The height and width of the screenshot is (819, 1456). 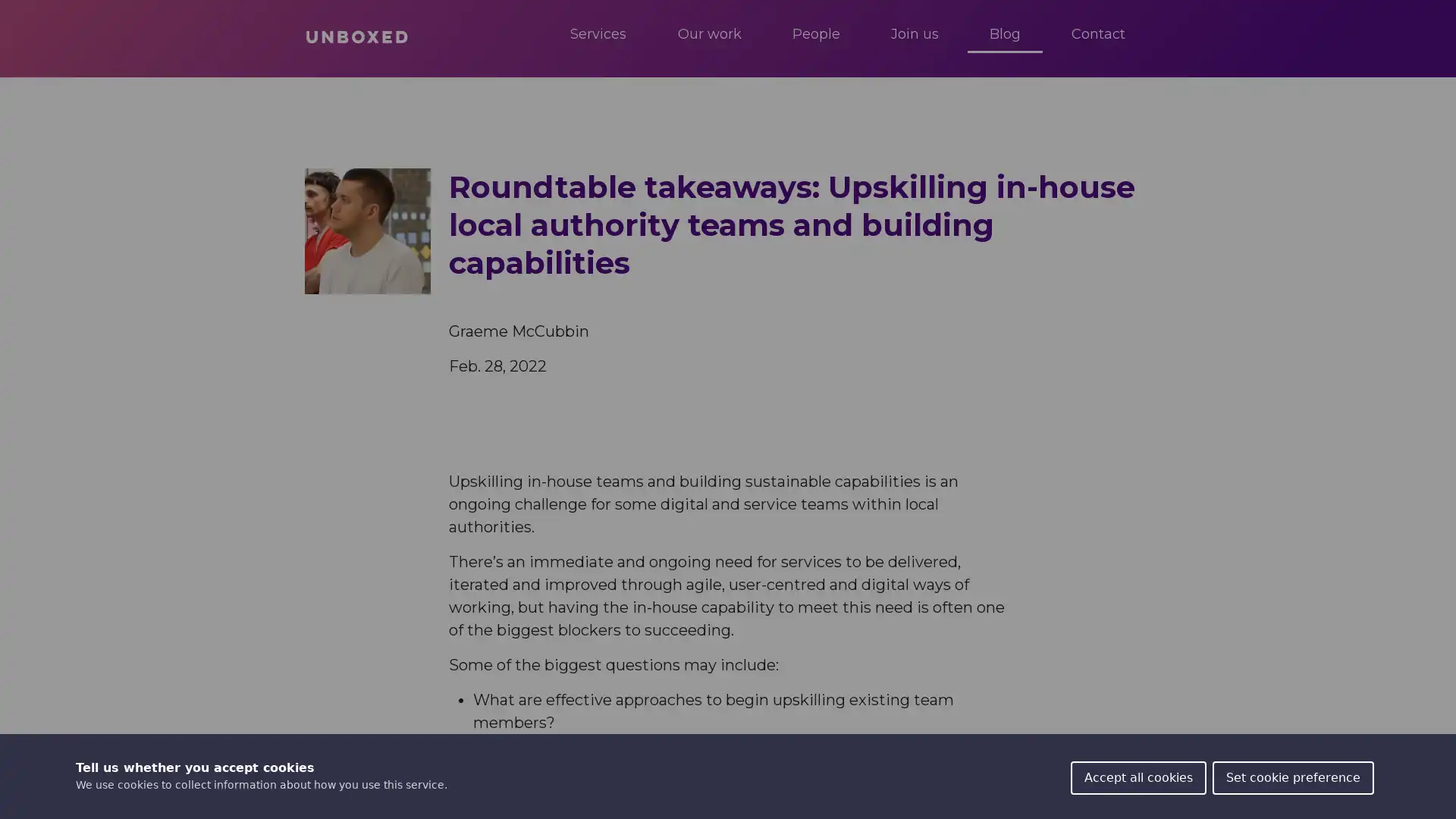 I want to click on Accept all cookies, so click(x=1138, y=778).